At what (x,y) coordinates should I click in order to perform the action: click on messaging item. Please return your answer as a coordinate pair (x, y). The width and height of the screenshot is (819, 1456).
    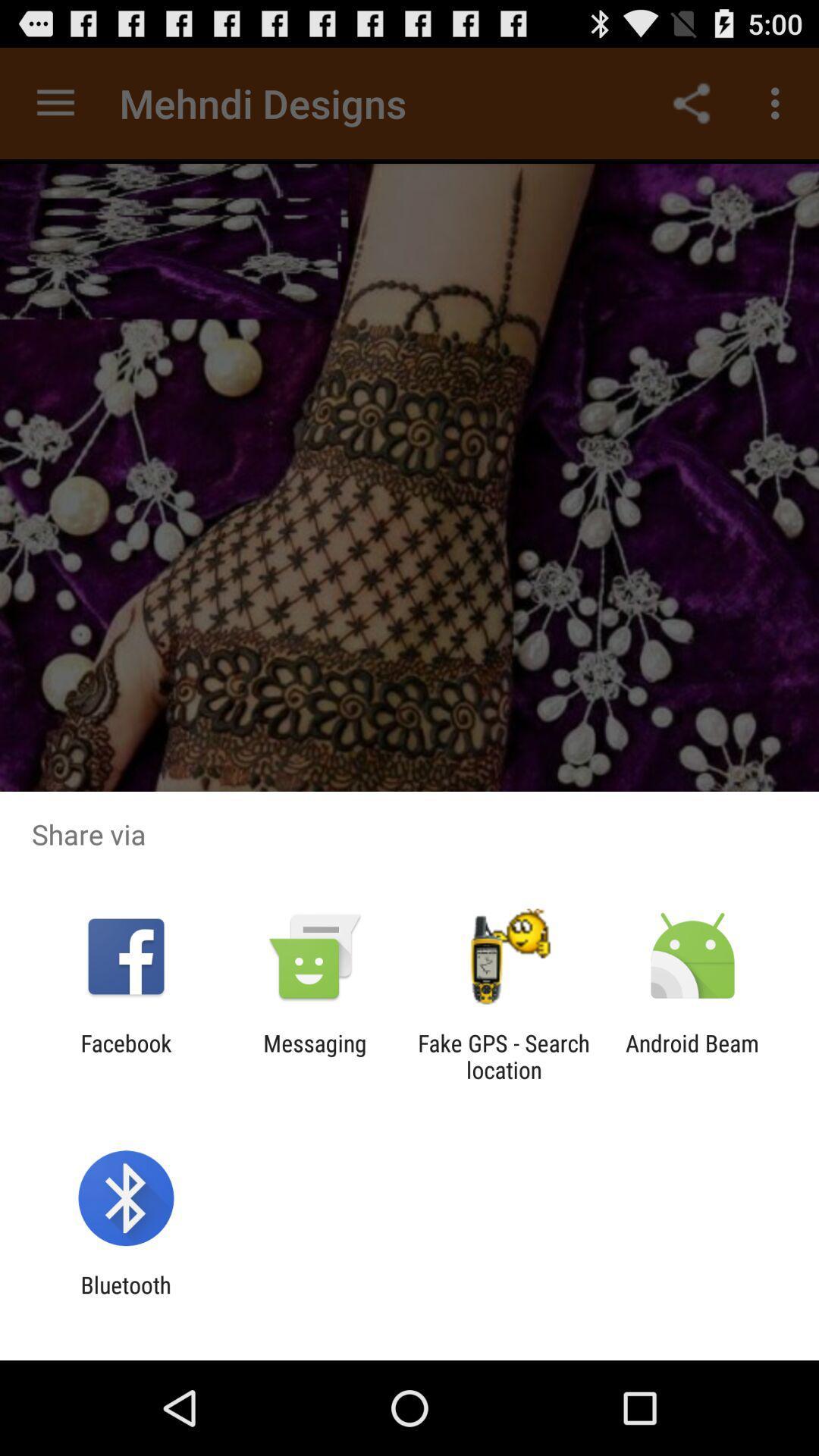
    Looking at the image, I should click on (314, 1056).